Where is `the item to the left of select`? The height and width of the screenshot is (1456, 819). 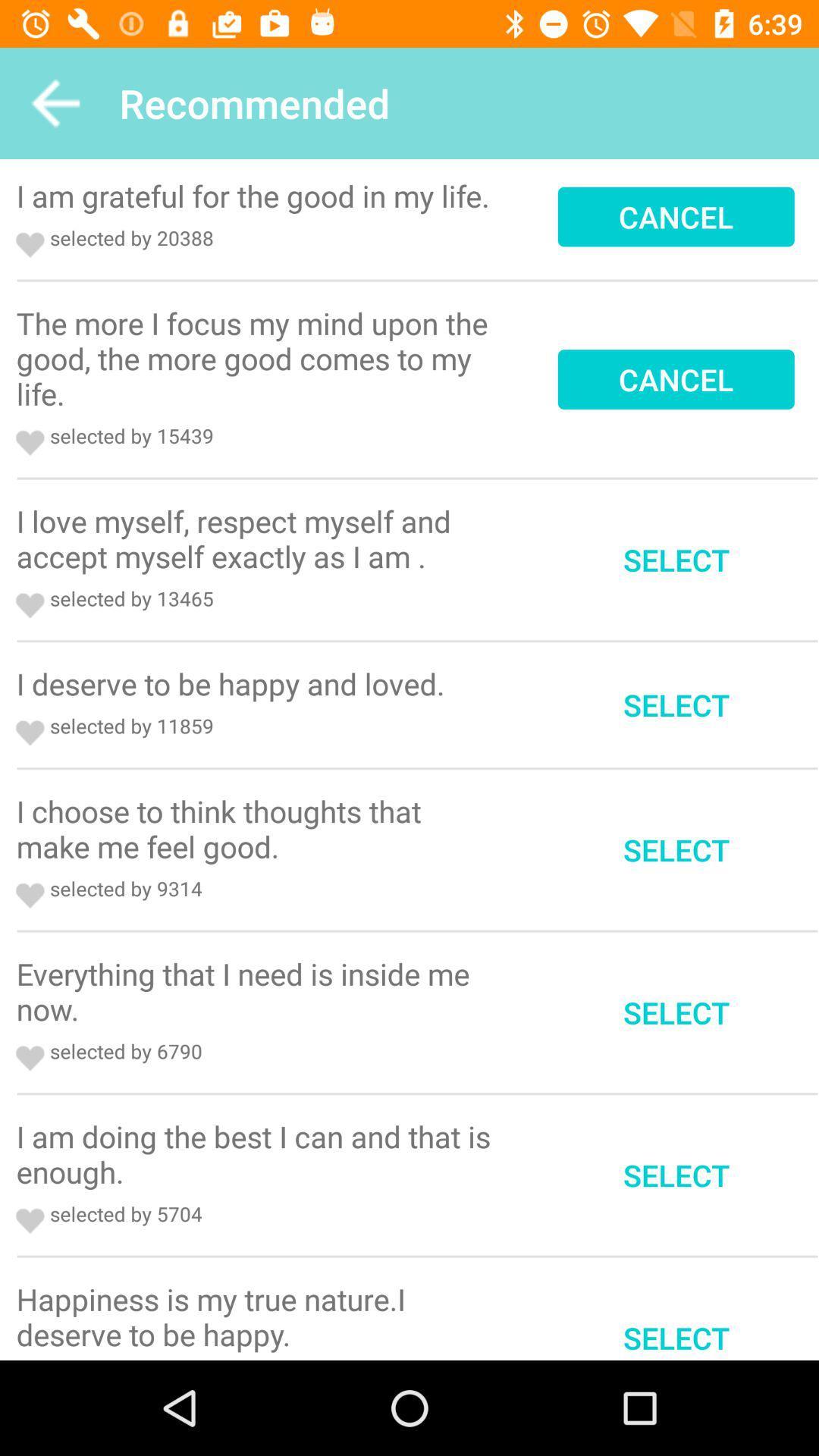 the item to the left of select is located at coordinates (258, 538).